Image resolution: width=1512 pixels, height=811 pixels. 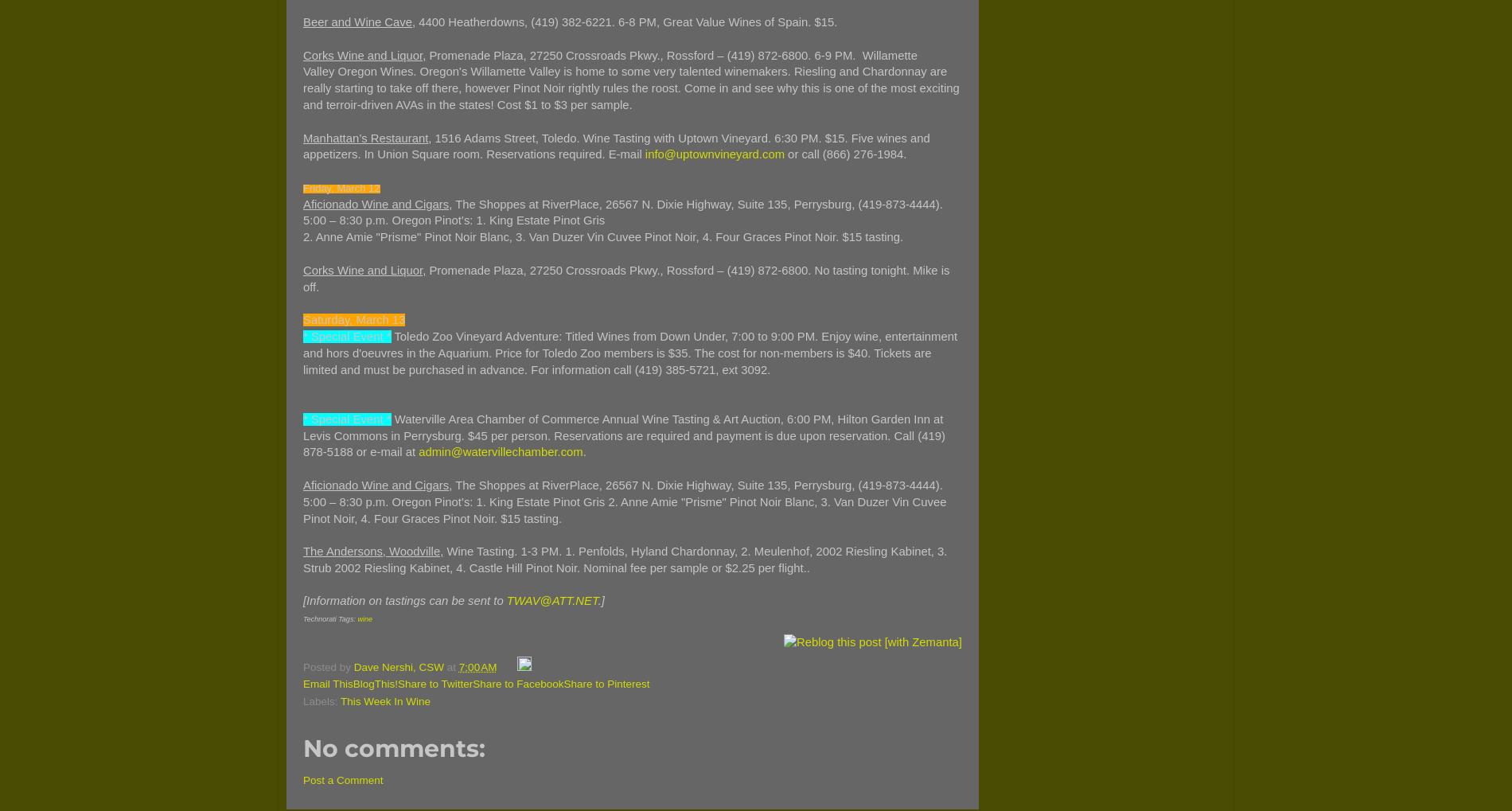 What do you see at coordinates (713, 154) in the screenshot?
I see `'info@uptownvineyard.com'` at bounding box center [713, 154].